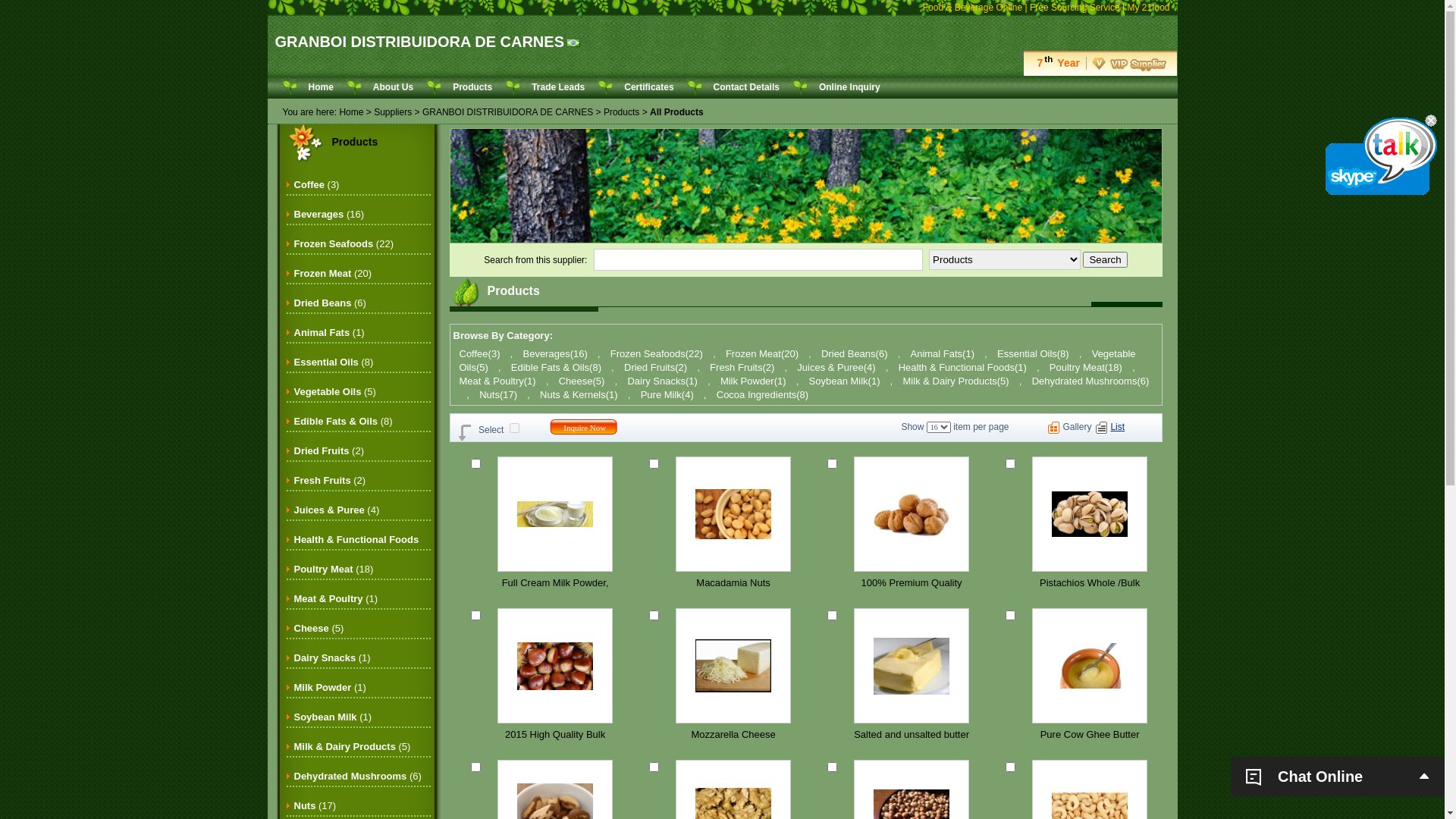  What do you see at coordinates (328, 214) in the screenshot?
I see `'Beverages (16)'` at bounding box center [328, 214].